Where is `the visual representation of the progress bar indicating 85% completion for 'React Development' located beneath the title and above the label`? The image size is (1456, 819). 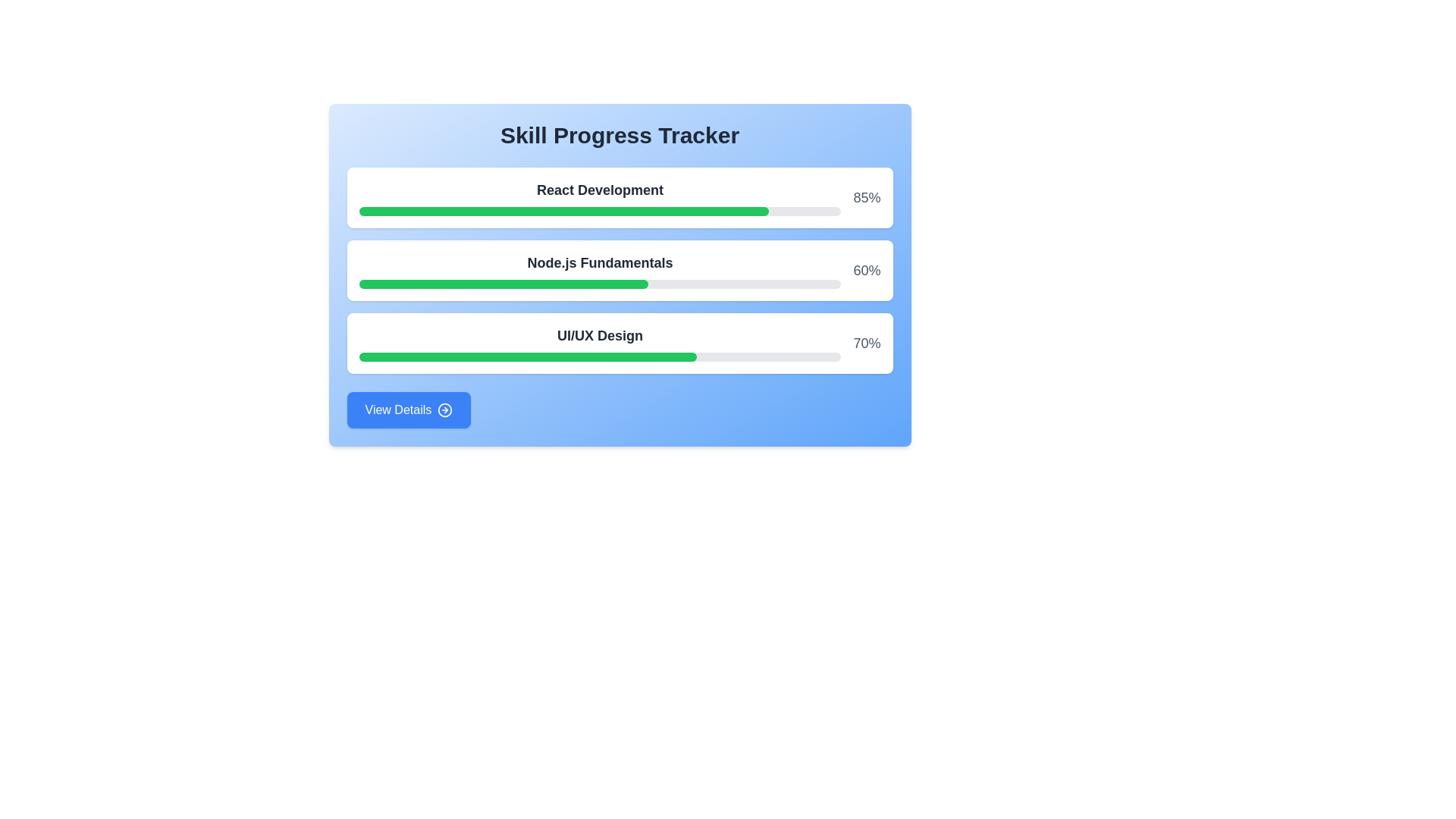 the visual representation of the progress bar indicating 85% completion for 'React Development' located beneath the title and above the label is located at coordinates (599, 211).